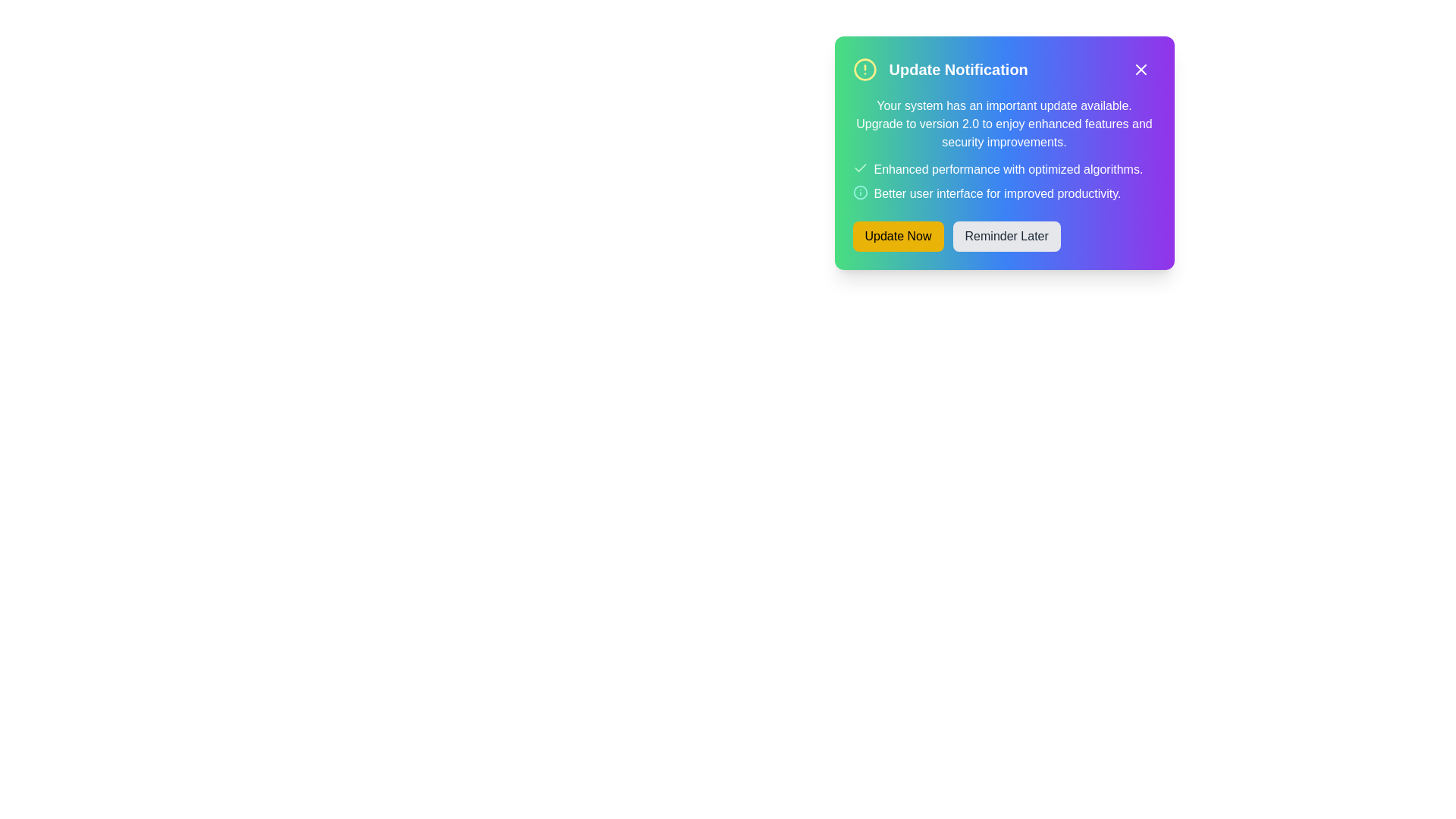  I want to click on the visual indicator icon located to the left of the text 'Enhanced performance with optimized algorithms' in the bullet list under 'Update Notification', so click(860, 168).